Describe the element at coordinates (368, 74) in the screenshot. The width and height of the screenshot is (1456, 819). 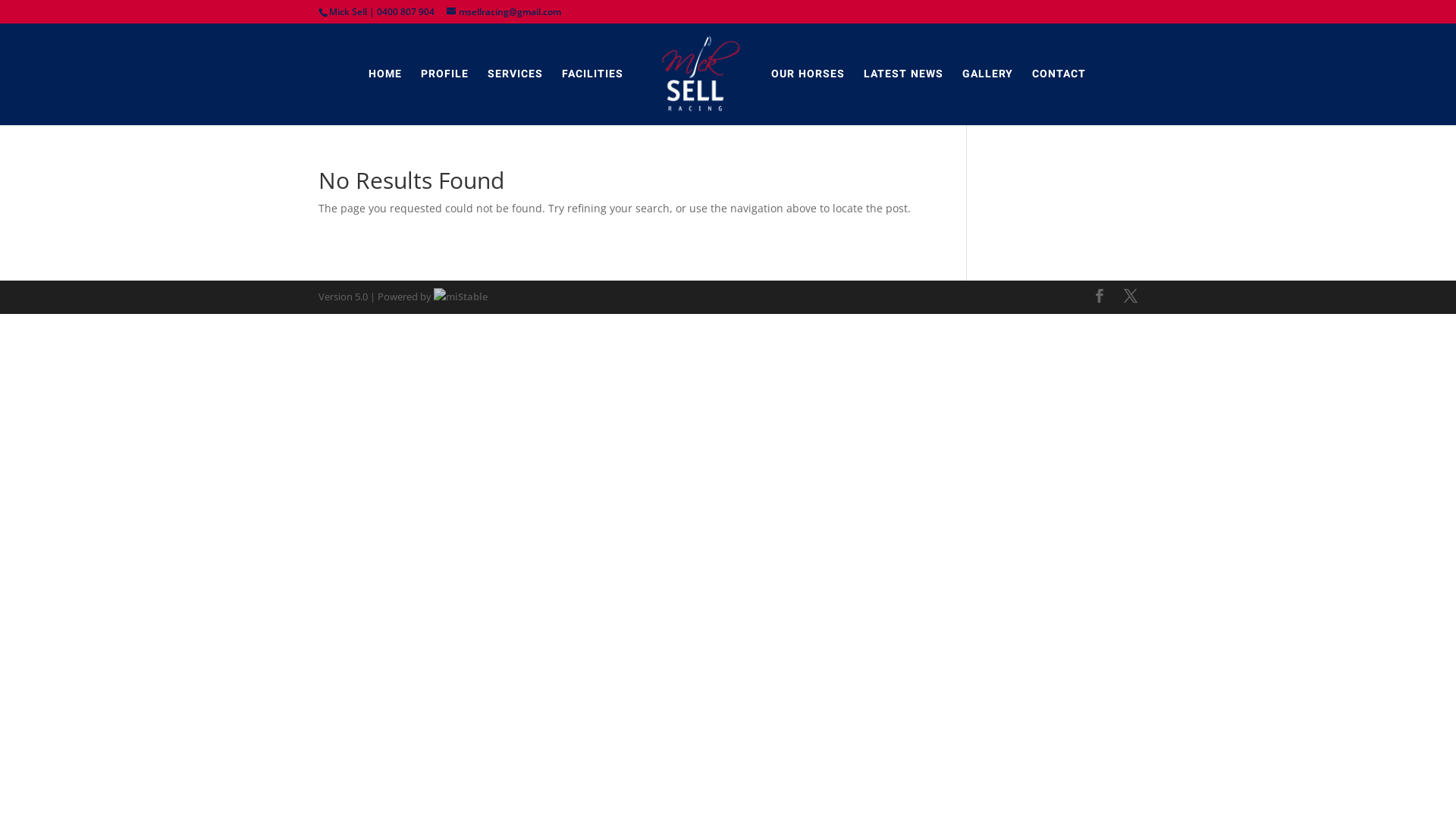
I see `'HOME'` at that location.